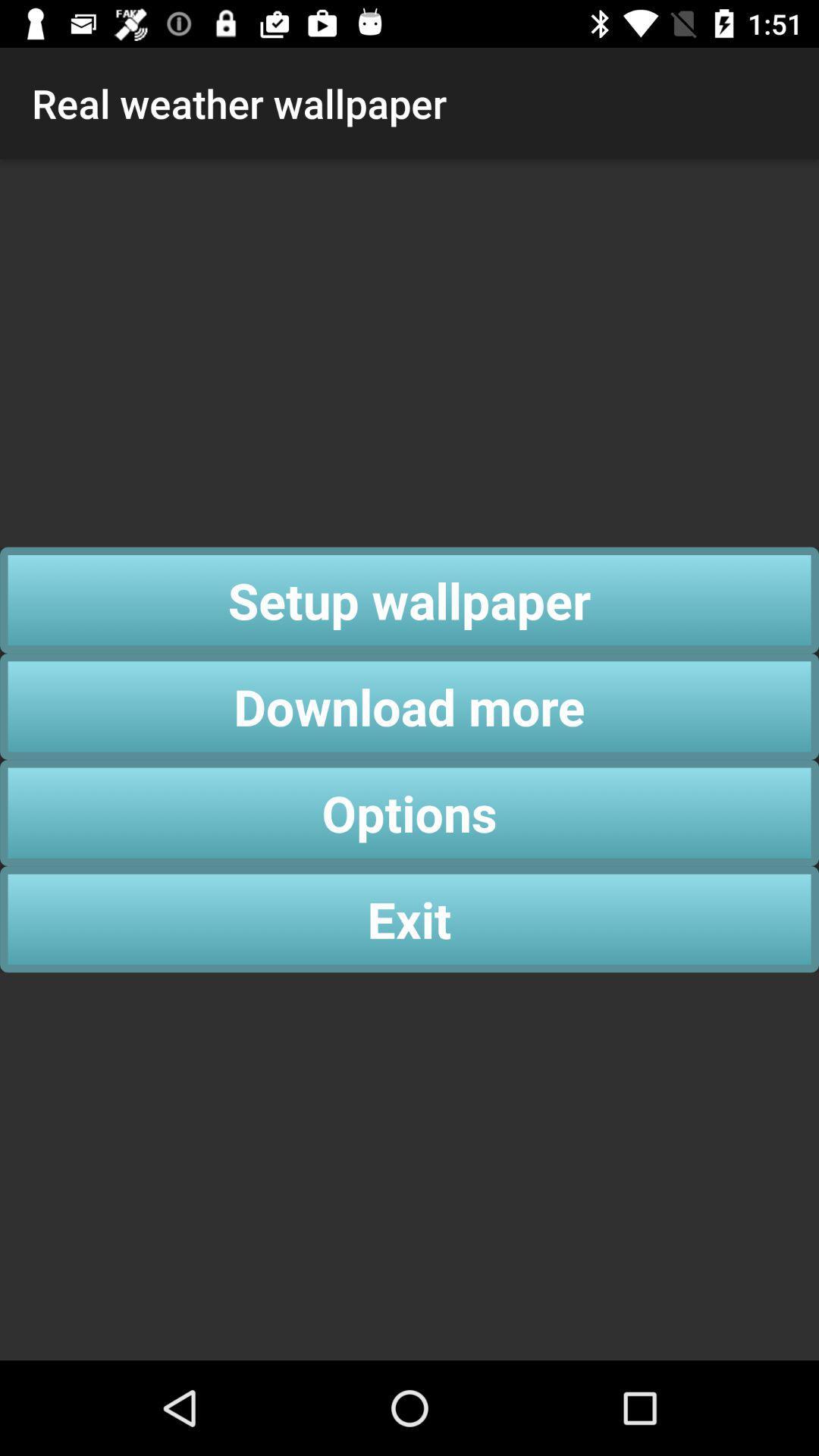 The height and width of the screenshot is (1456, 819). Describe the element at coordinates (409, 705) in the screenshot. I see `the download more button` at that location.